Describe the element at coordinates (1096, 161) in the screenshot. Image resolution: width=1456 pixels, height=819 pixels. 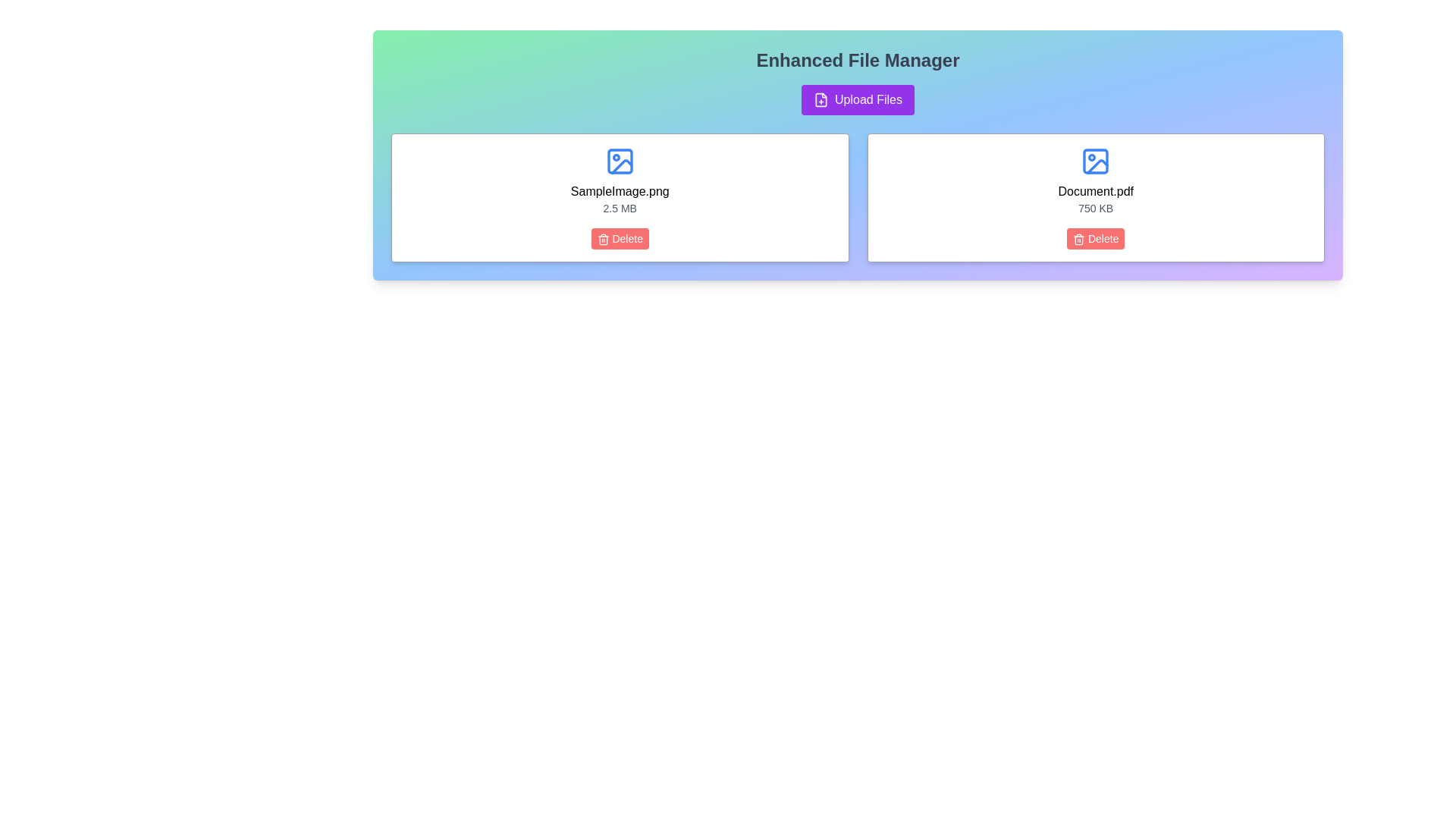
I see `the graphical component representing the area within the picture icon for the file labeled 'Document.pdf' located in the upper left corner of the image icon` at that location.